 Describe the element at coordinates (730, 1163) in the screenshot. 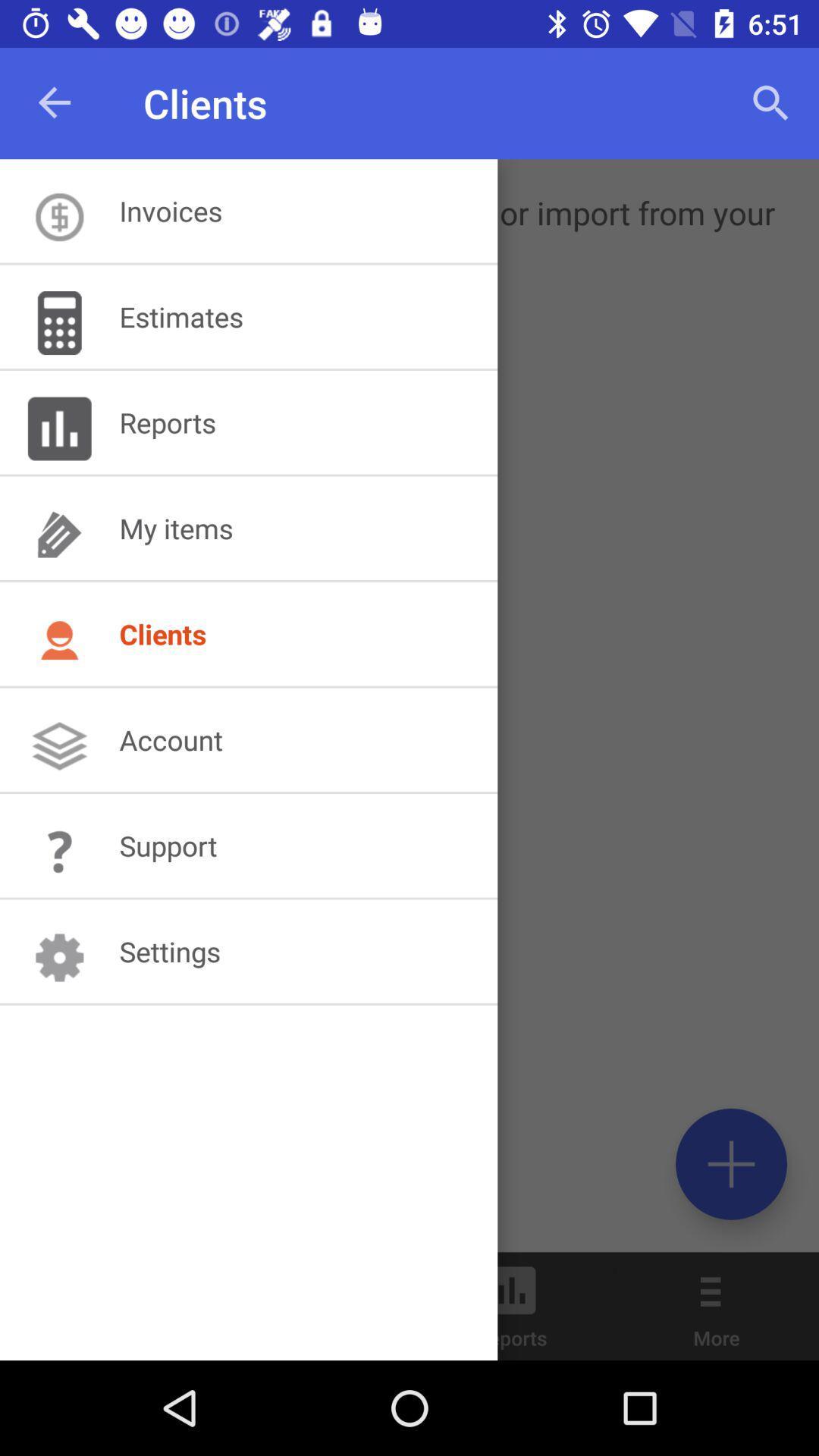

I see `the add icon` at that location.